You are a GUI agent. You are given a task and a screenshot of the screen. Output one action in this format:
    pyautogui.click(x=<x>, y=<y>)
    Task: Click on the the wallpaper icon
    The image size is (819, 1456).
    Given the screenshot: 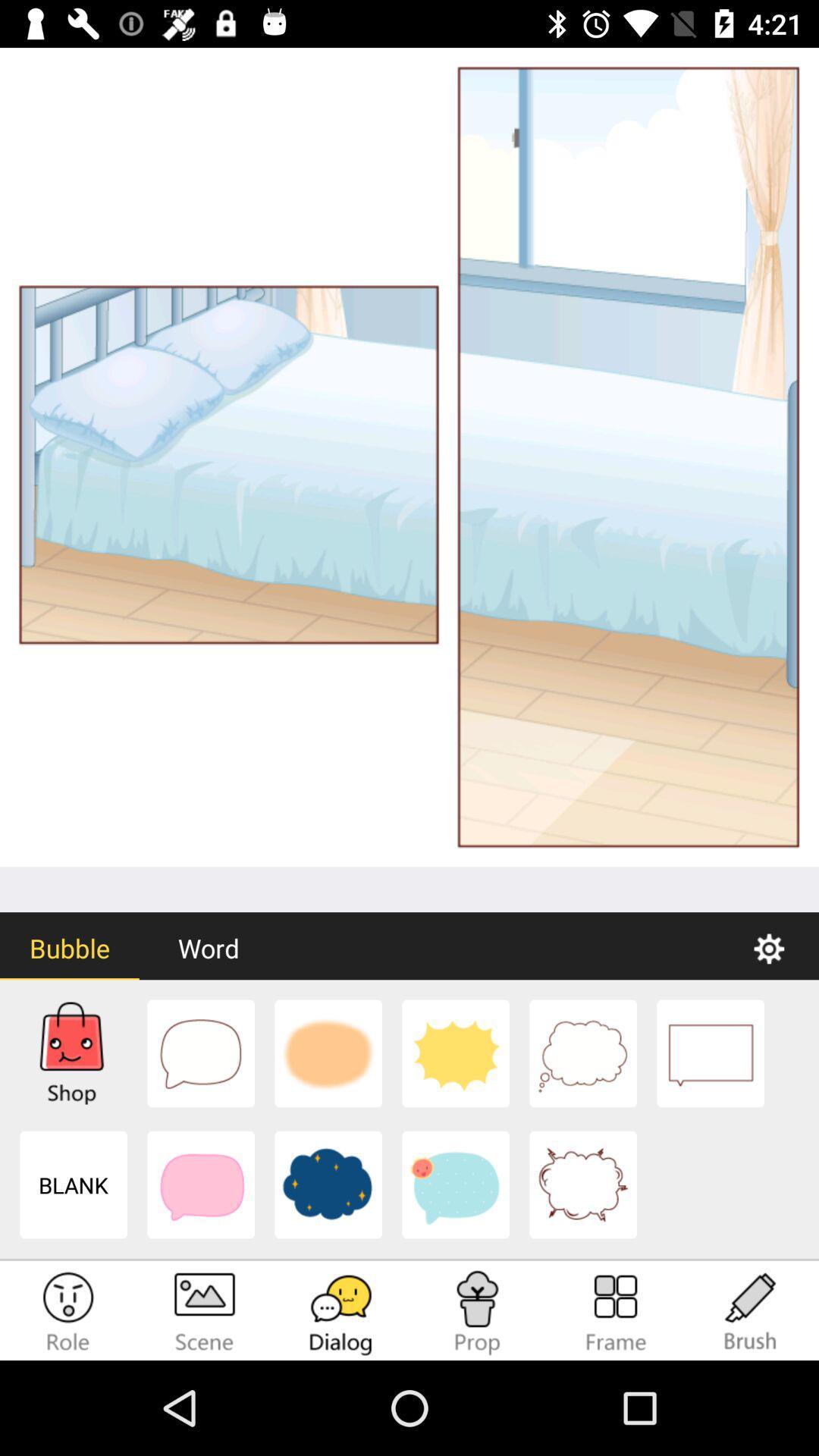 What is the action you would take?
    pyautogui.click(x=205, y=1312)
    